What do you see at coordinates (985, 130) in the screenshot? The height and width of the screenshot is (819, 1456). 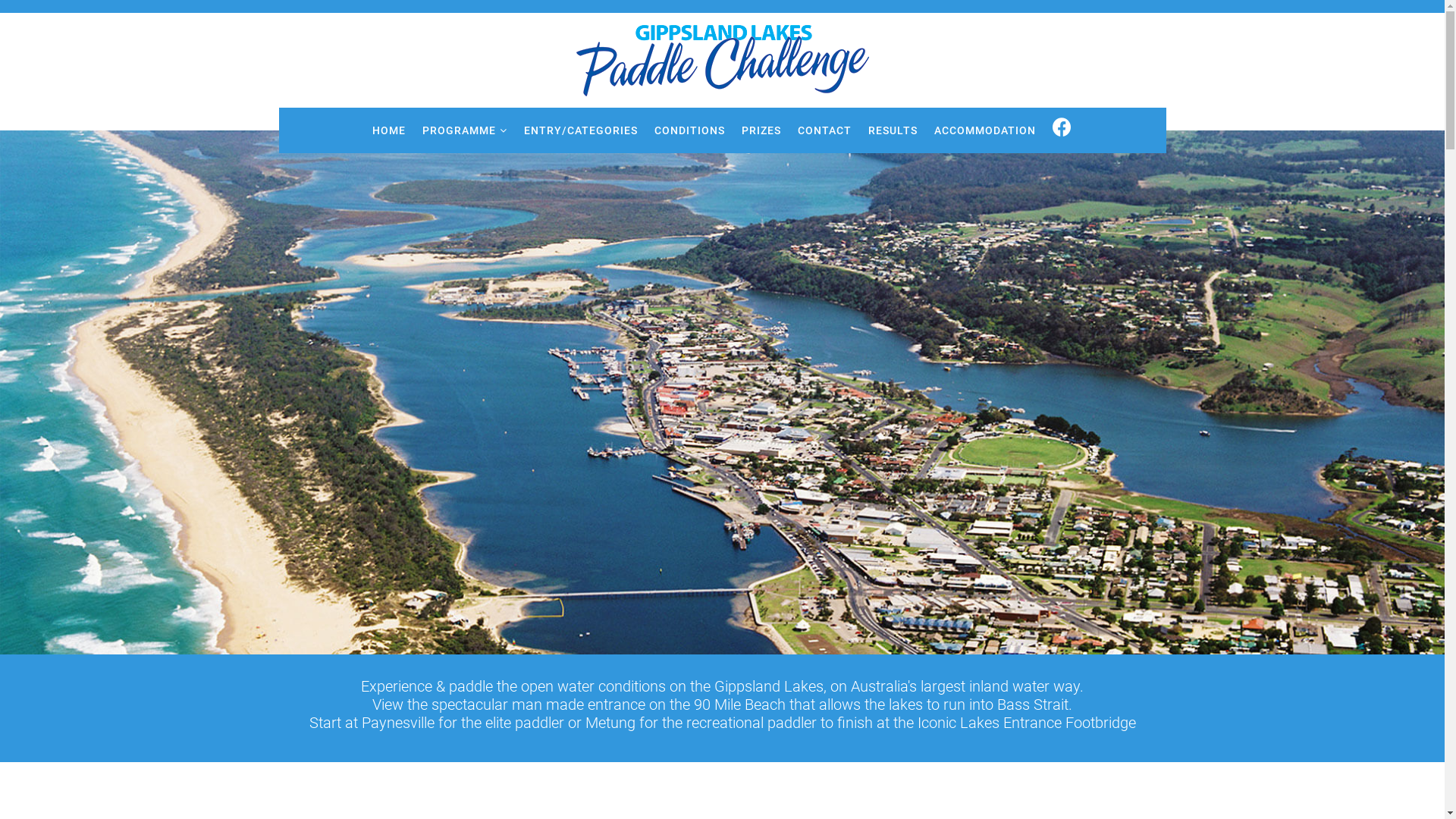 I see `'ACCOMMODATION'` at bounding box center [985, 130].